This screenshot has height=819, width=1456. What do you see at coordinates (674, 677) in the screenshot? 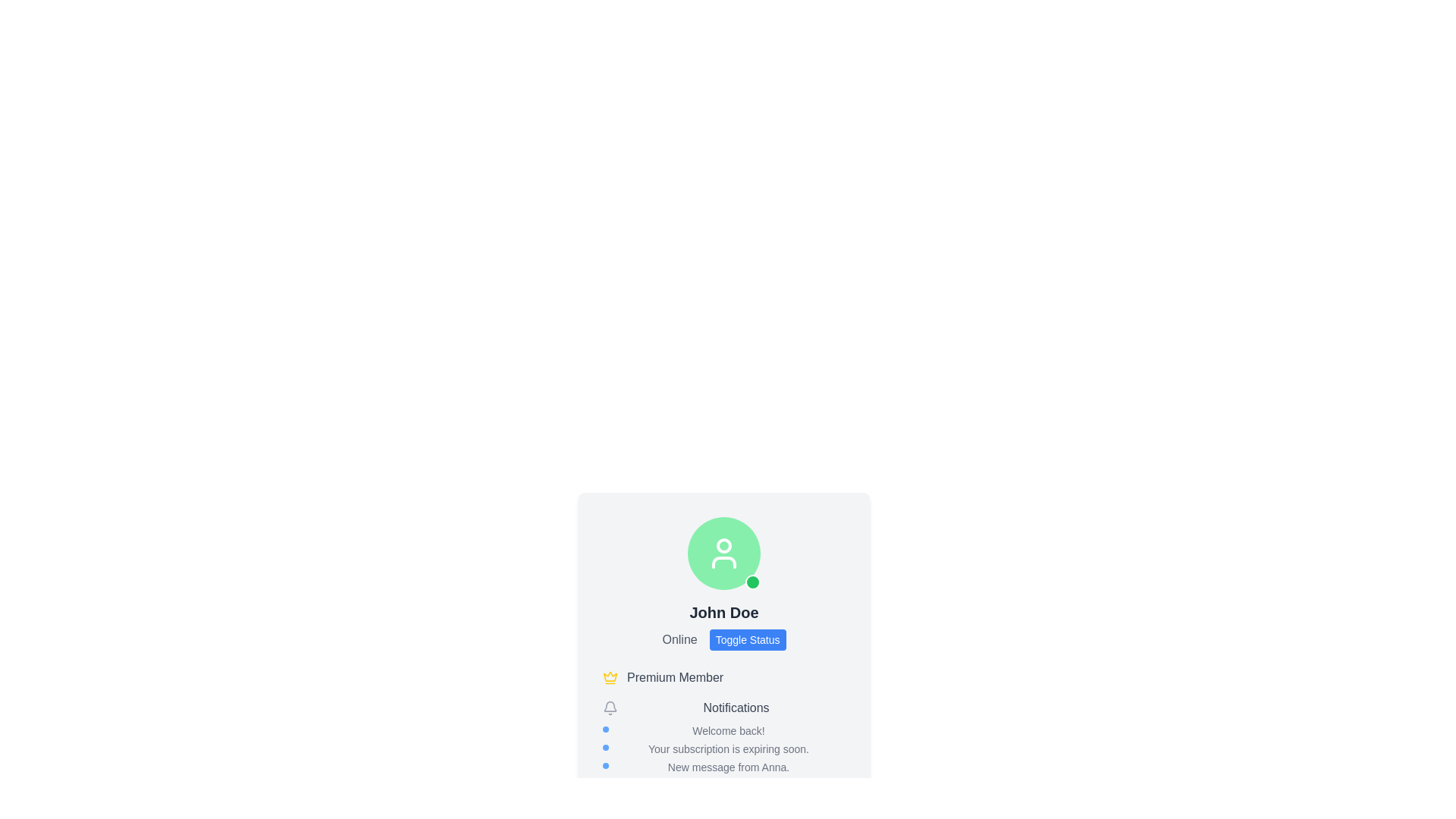
I see `text label indicating the membership tier, which states 'Premium Member', located to the right of the crown icon and below the 'John Doe' profile information section` at bounding box center [674, 677].